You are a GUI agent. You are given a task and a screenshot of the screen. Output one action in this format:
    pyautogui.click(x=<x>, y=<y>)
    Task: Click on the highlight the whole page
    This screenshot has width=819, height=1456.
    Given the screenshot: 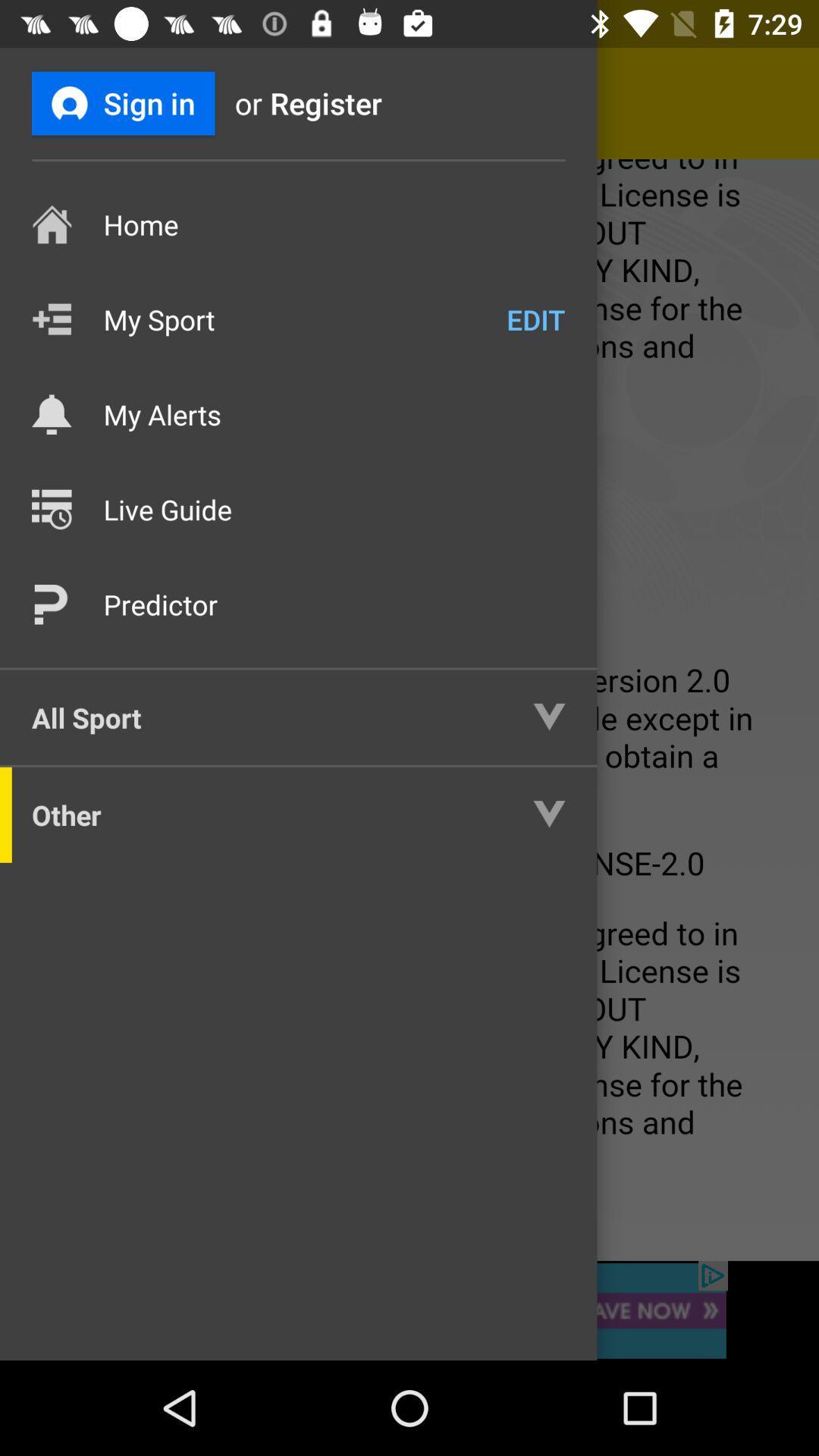 What is the action you would take?
    pyautogui.click(x=409, y=709)
    